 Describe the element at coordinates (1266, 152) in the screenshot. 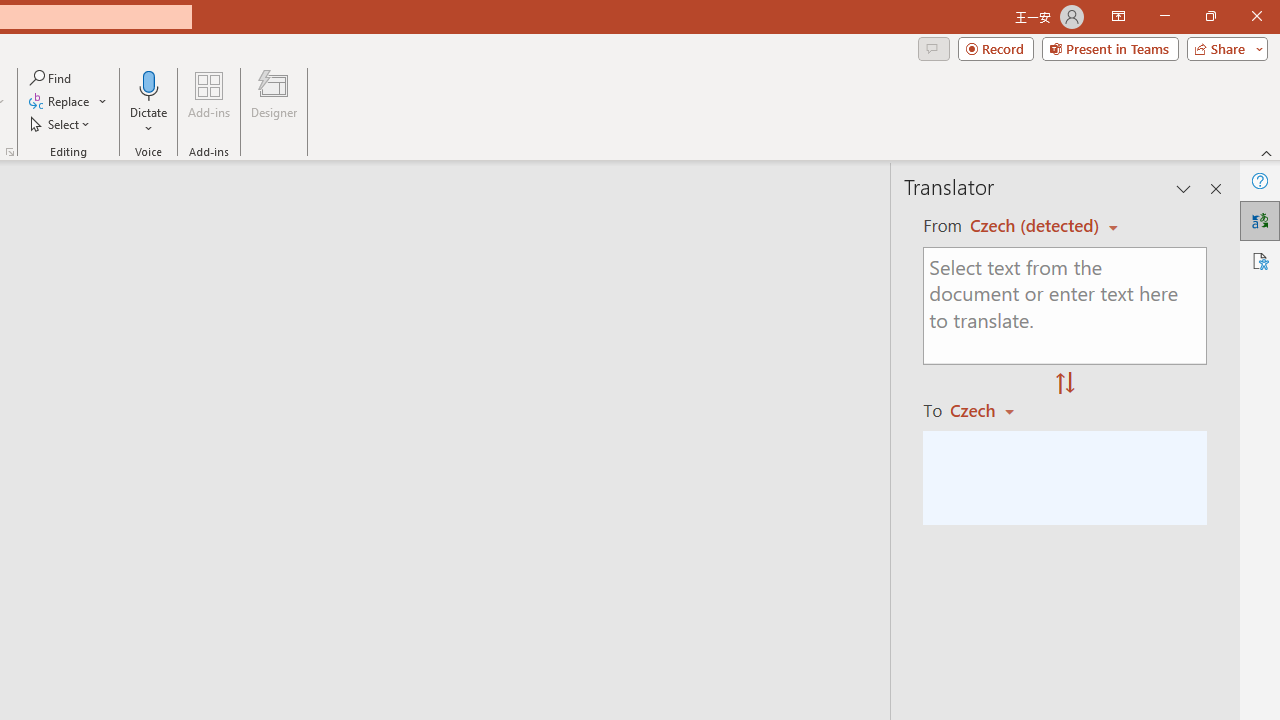

I see `'Collapse the Ribbon'` at that location.